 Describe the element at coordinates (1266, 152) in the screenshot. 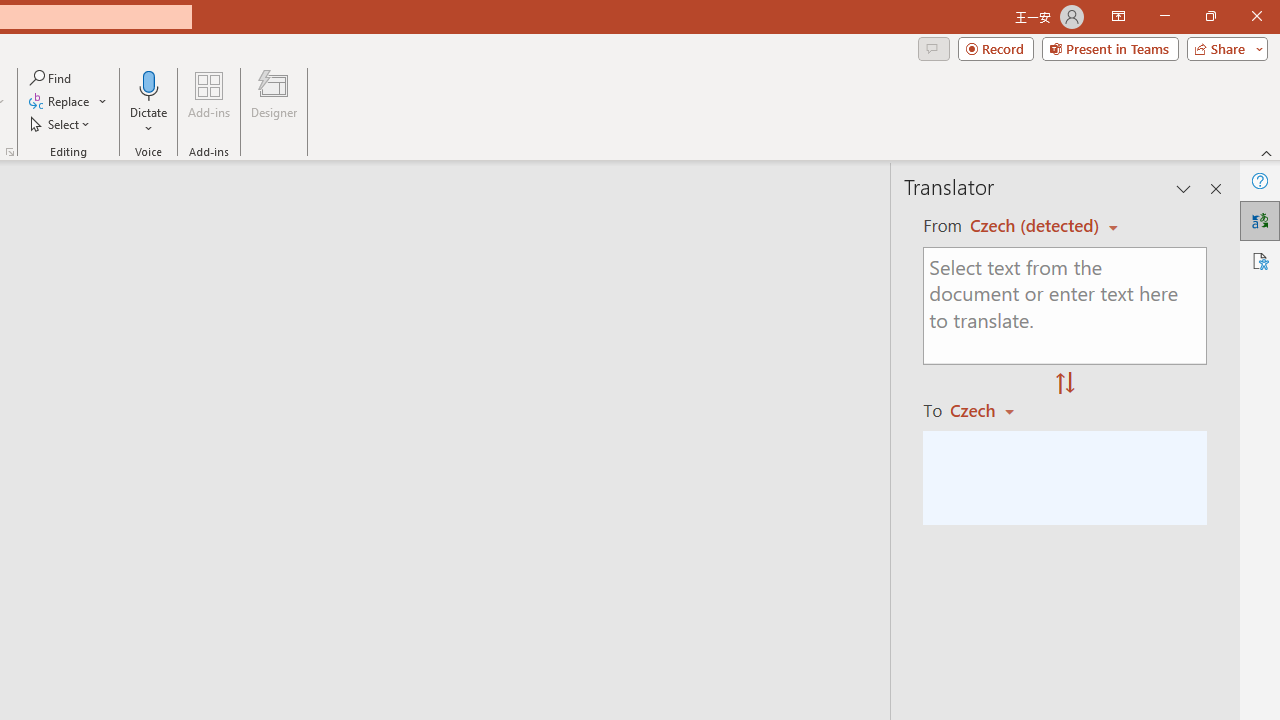

I see `'Collapse the Ribbon'` at that location.